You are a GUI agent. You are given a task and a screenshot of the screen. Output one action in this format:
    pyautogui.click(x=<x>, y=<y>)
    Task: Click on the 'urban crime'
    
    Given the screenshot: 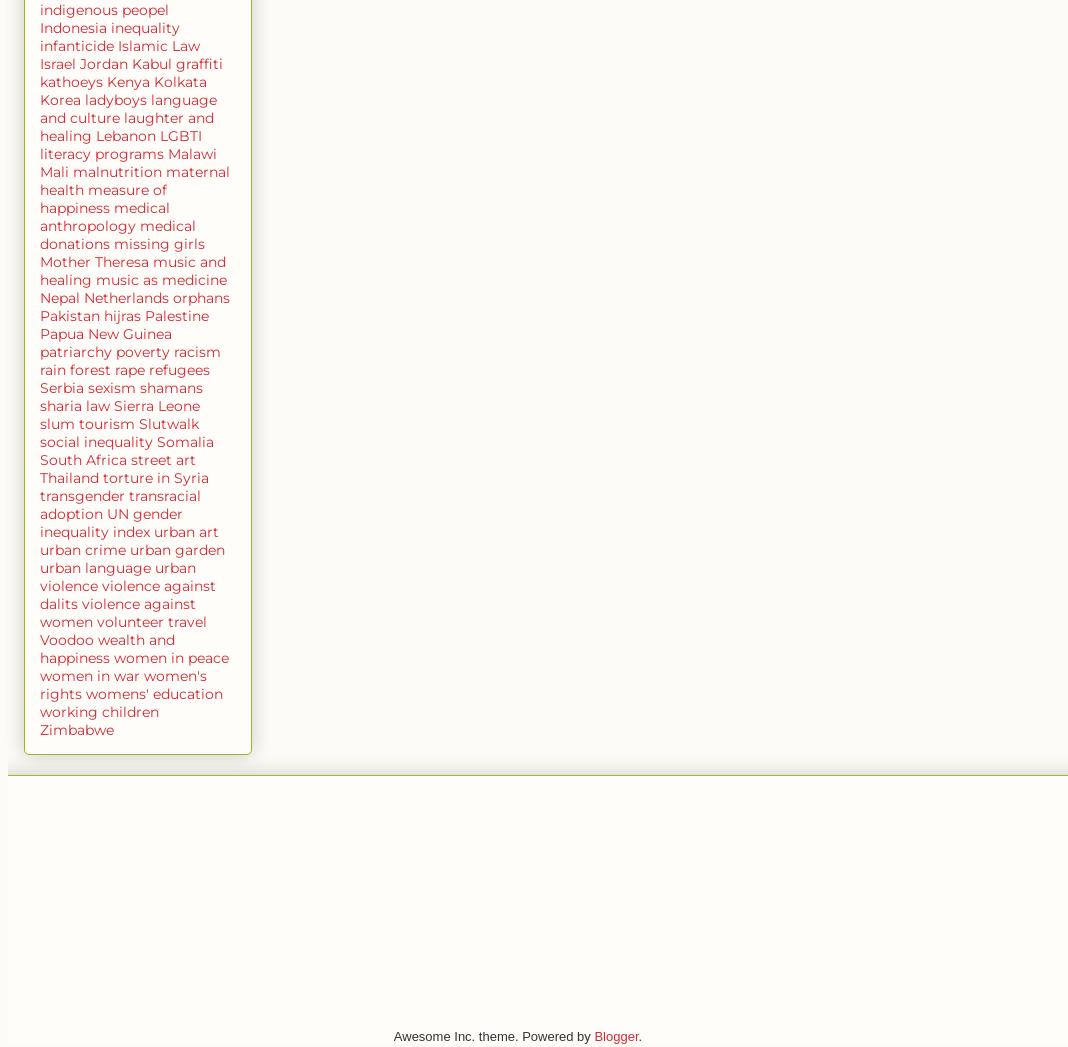 What is the action you would take?
    pyautogui.click(x=81, y=549)
    